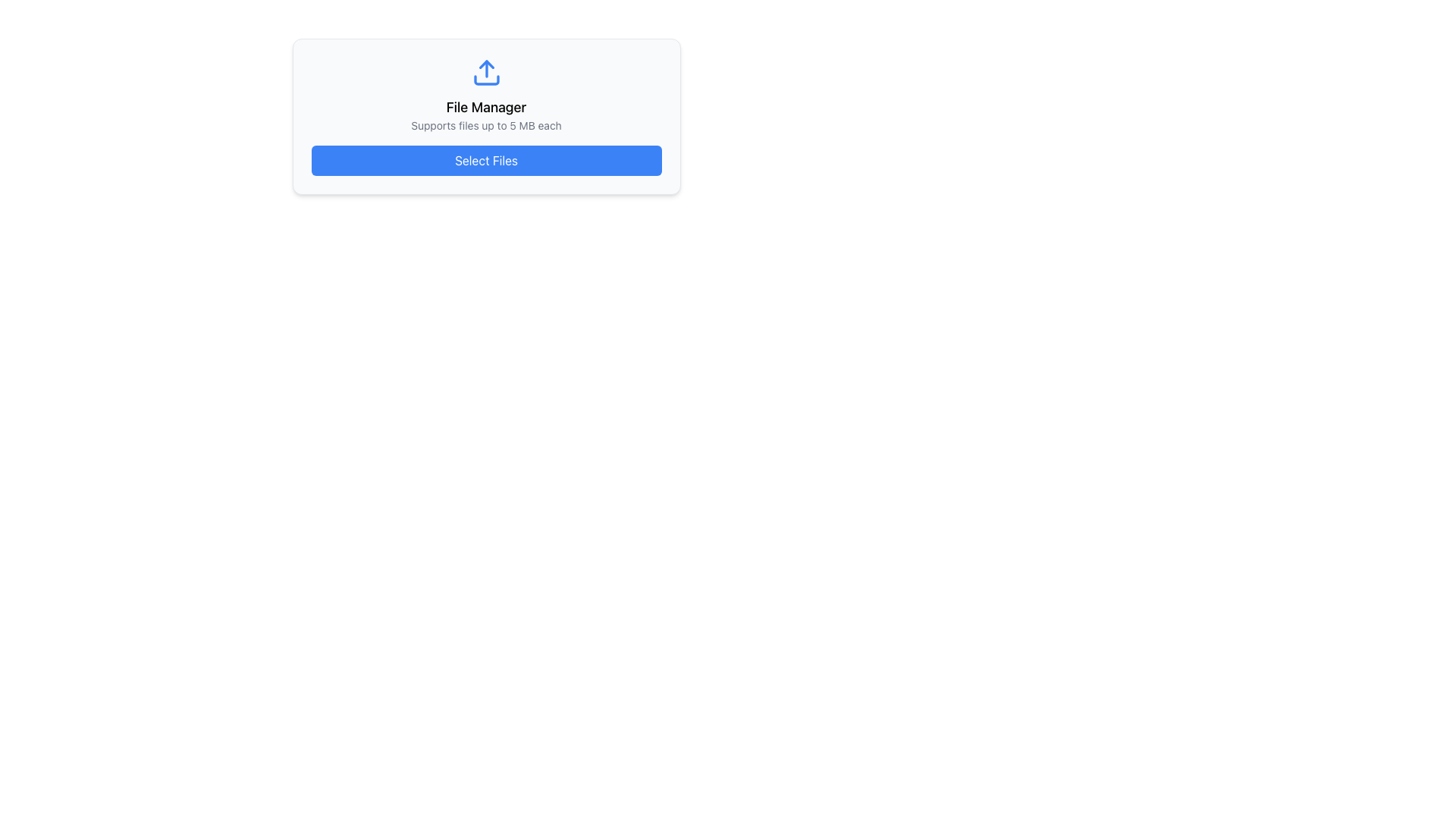  Describe the element at coordinates (486, 107) in the screenshot. I see `the 'File Manager' text label, which is a prominent, bold title located below the file upload icon and above the description about file size limits` at that location.